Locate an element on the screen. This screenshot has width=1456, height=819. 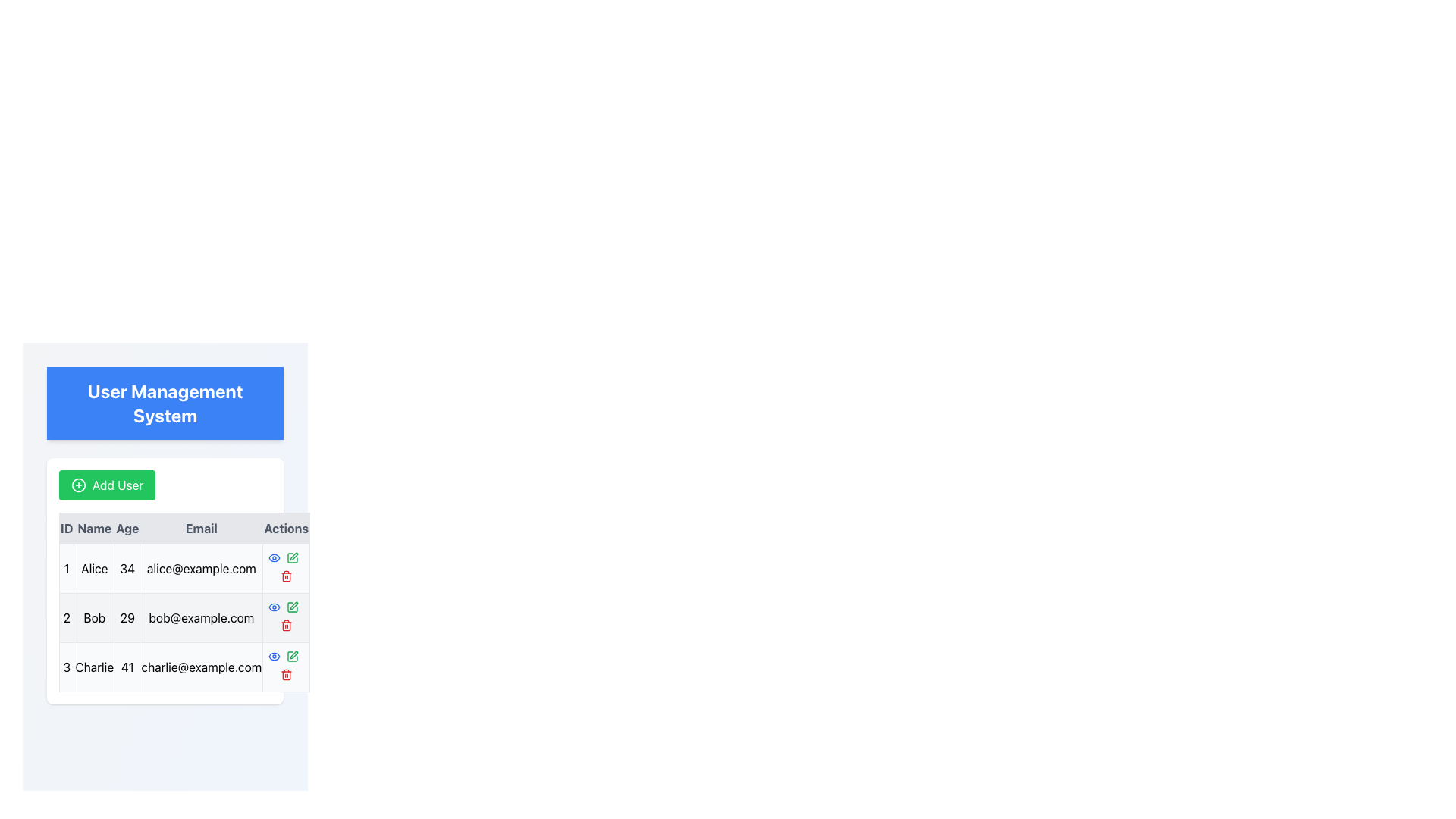
the 'Add User' button located at the top of the user management interface, below the 'User Management System' header is located at coordinates (106, 485).